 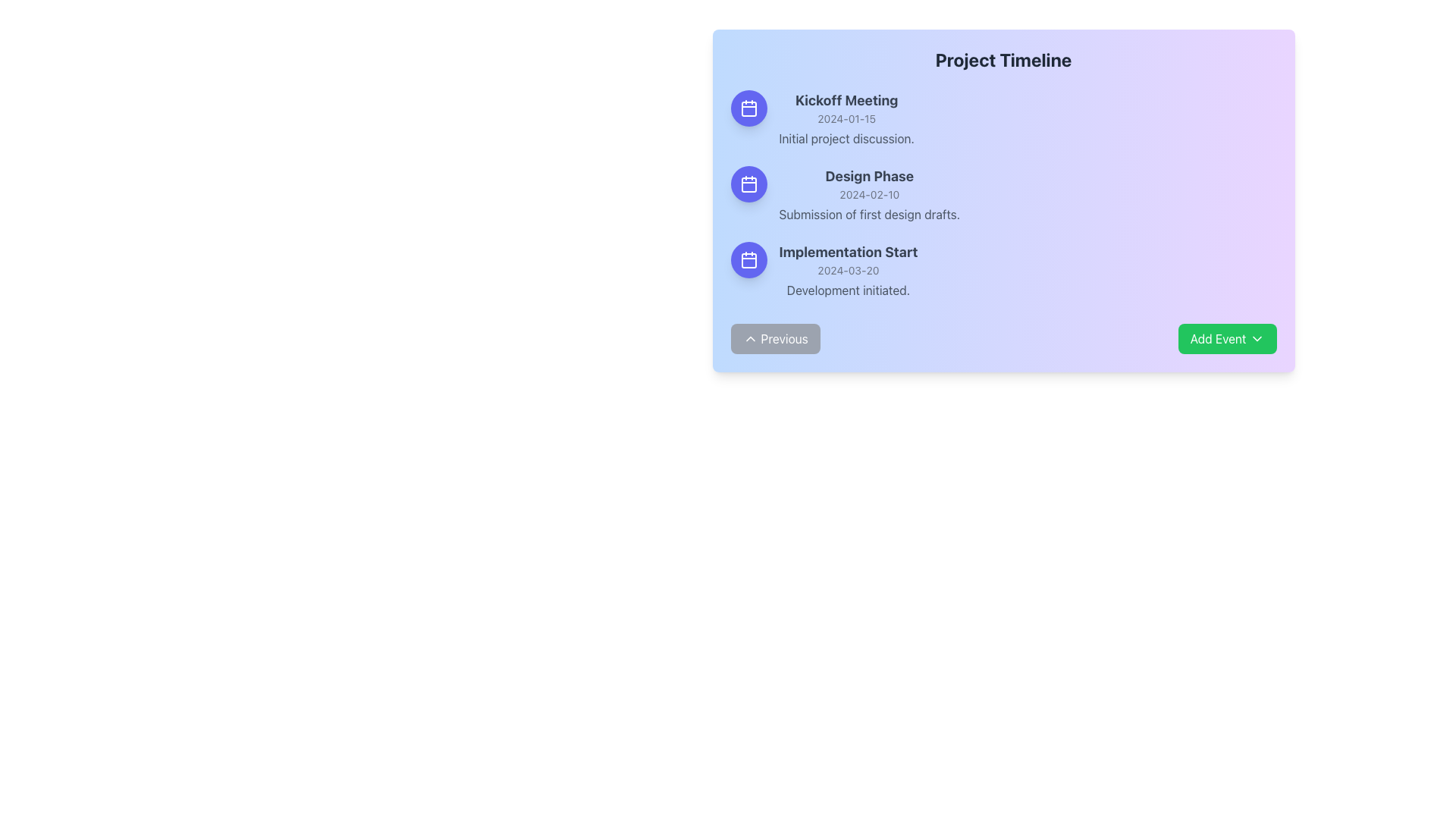 What do you see at coordinates (847, 290) in the screenshot?
I see `the descriptive label providing additional information about the status of the 'Implementation Start' milestone, located directly under the date '2024-03-20' in the bottom right of the timeline card` at bounding box center [847, 290].